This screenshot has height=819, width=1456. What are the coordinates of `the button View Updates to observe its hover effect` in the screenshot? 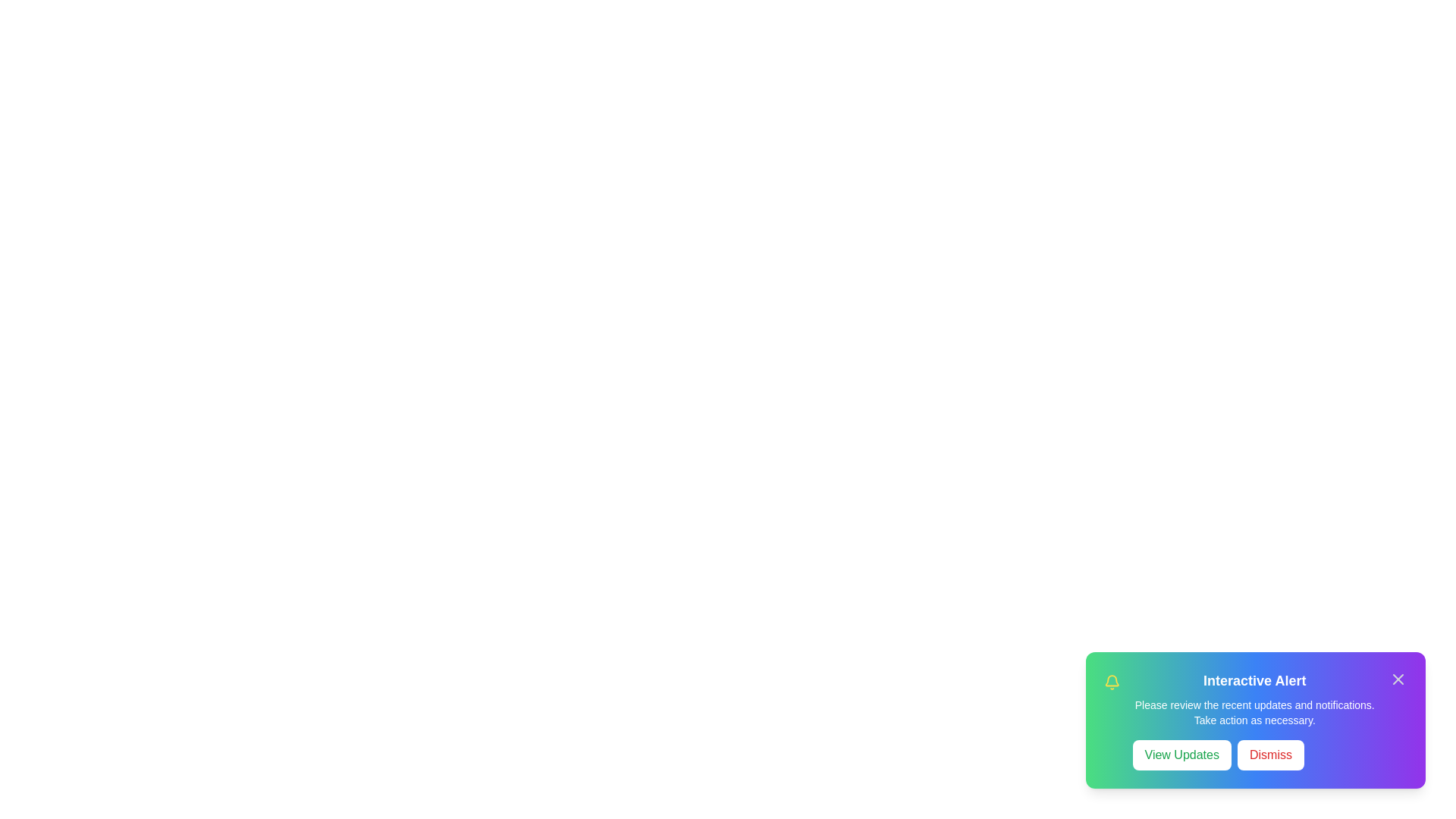 It's located at (1181, 755).